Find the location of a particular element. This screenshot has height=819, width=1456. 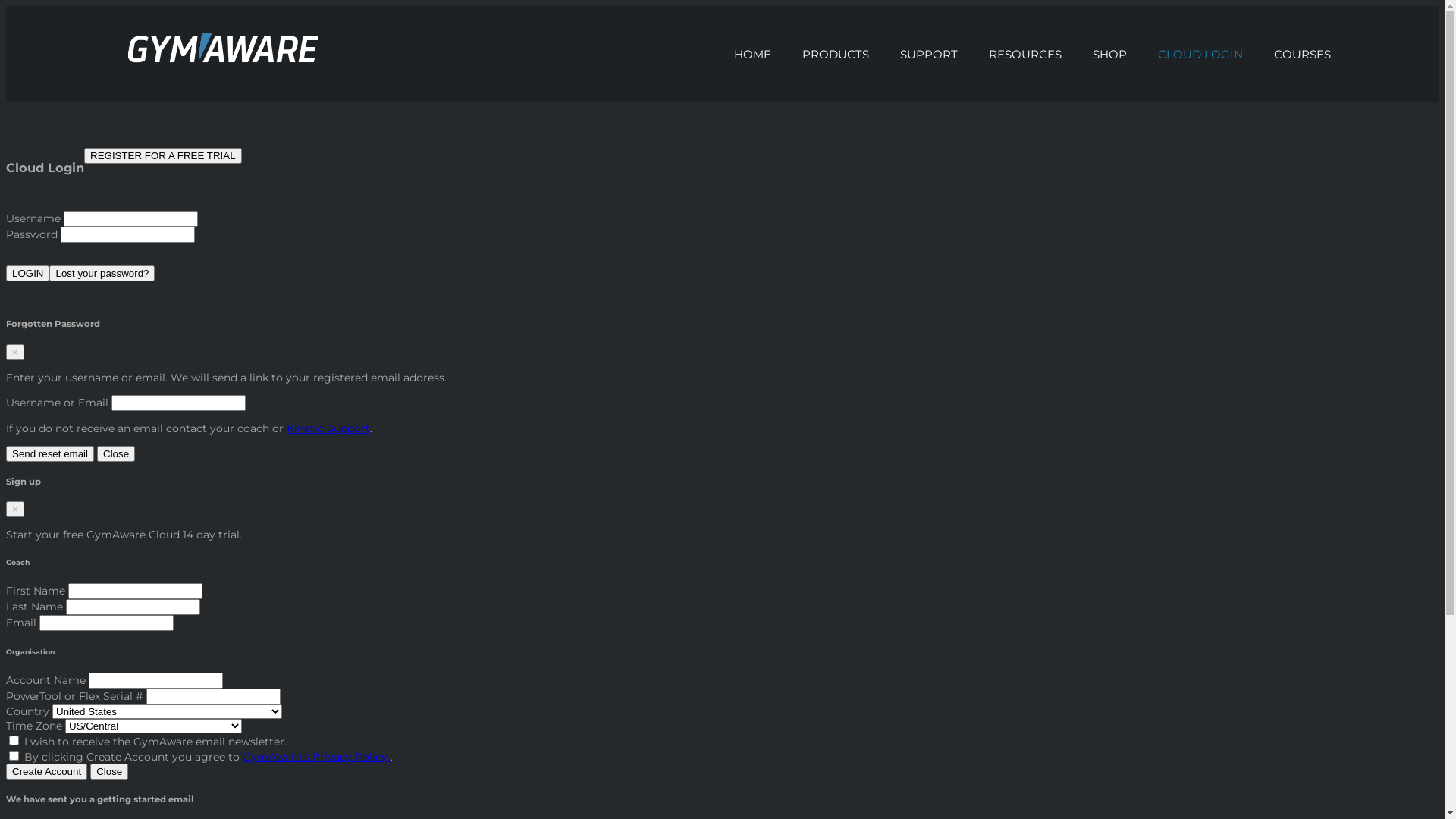

'Close' is located at coordinates (96, 453).